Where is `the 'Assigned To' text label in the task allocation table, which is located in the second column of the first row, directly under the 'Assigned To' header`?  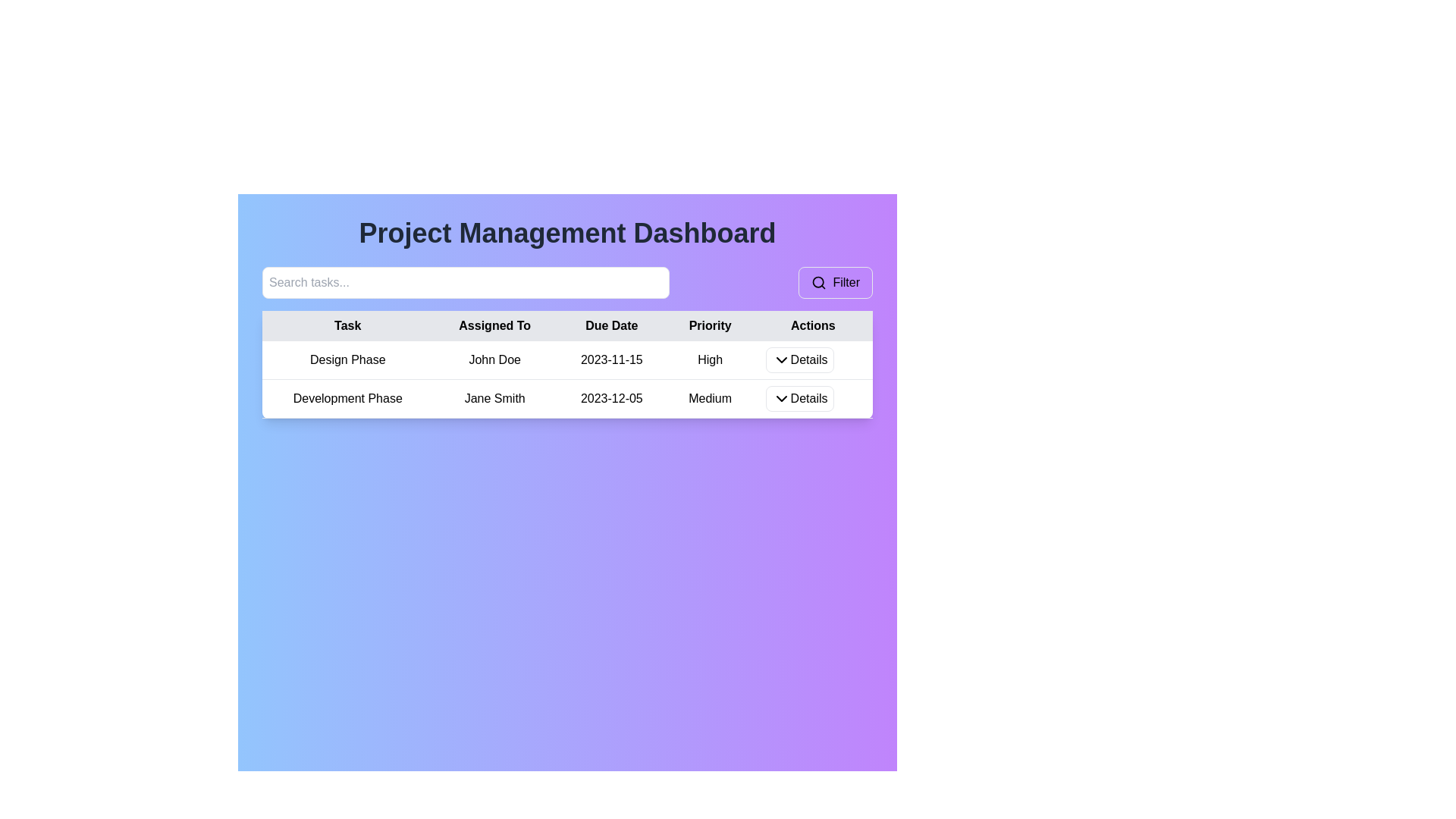
the 'Assigned To' text label in the task allocation table, which is located in the second column of the first row, directly under the 'Assigned To' header is located at coordinates (494, 360).